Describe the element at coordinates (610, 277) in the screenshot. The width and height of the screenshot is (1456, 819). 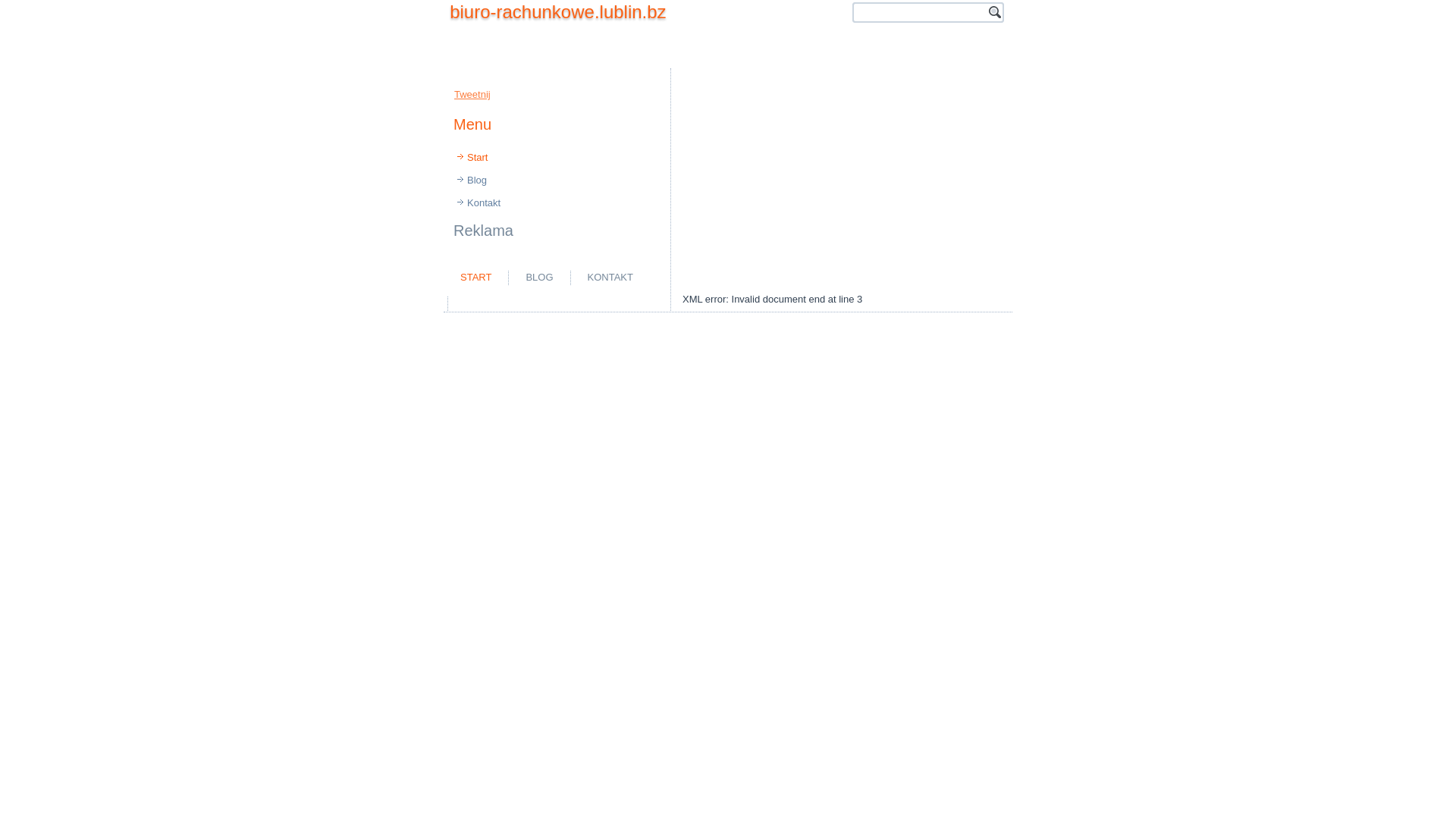
I see `'KONTAKT'` at that location.